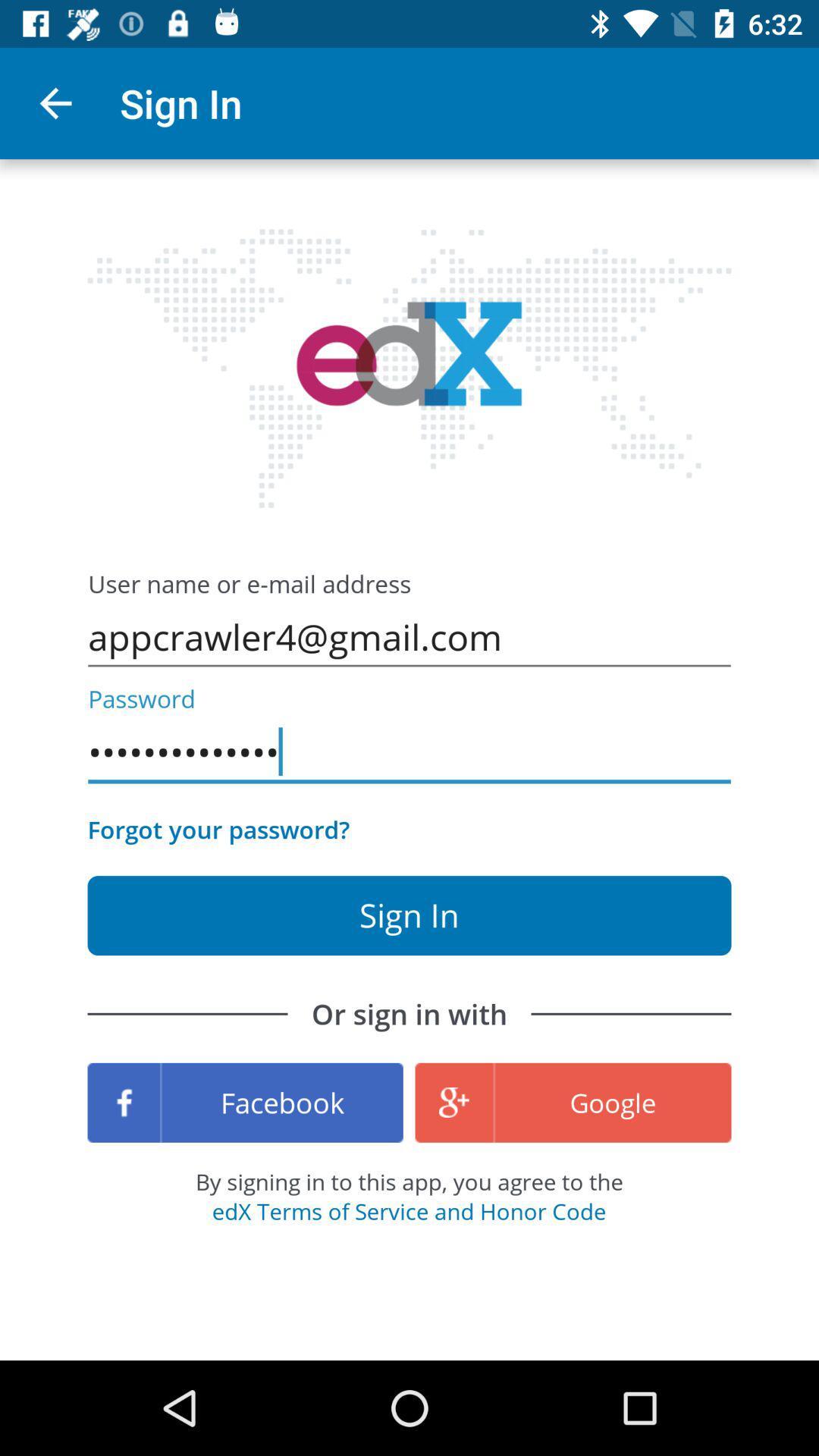 This screenshot has width=819, height=1456. I want to click on the item above the forgot your password?, so click(409, 752).